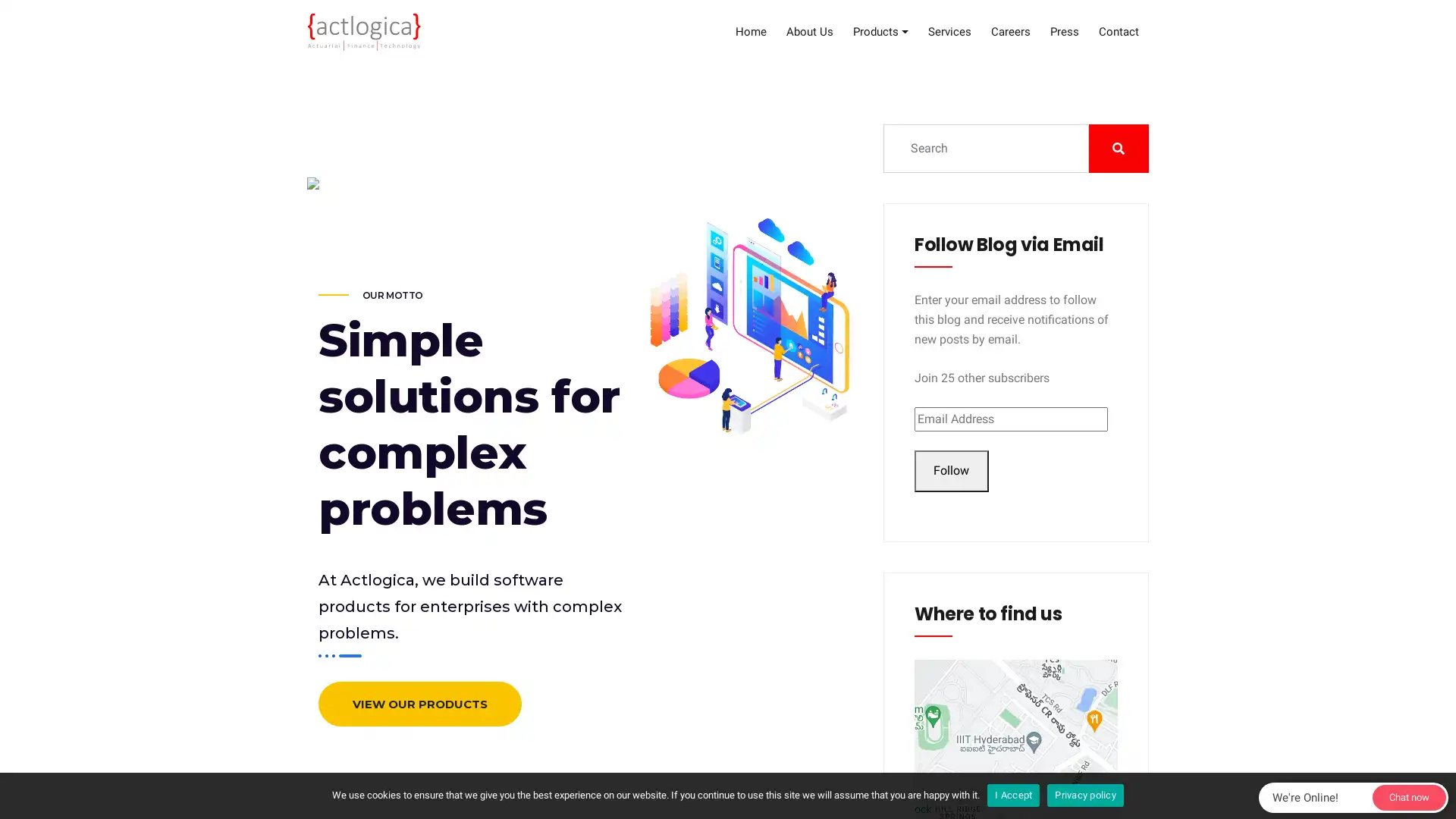 The width and height of the screenshot is (1456, 819). What do you see at coordinates (950, 470) in the screenshot?
I see `Follow` at bounding box center [950, 470].